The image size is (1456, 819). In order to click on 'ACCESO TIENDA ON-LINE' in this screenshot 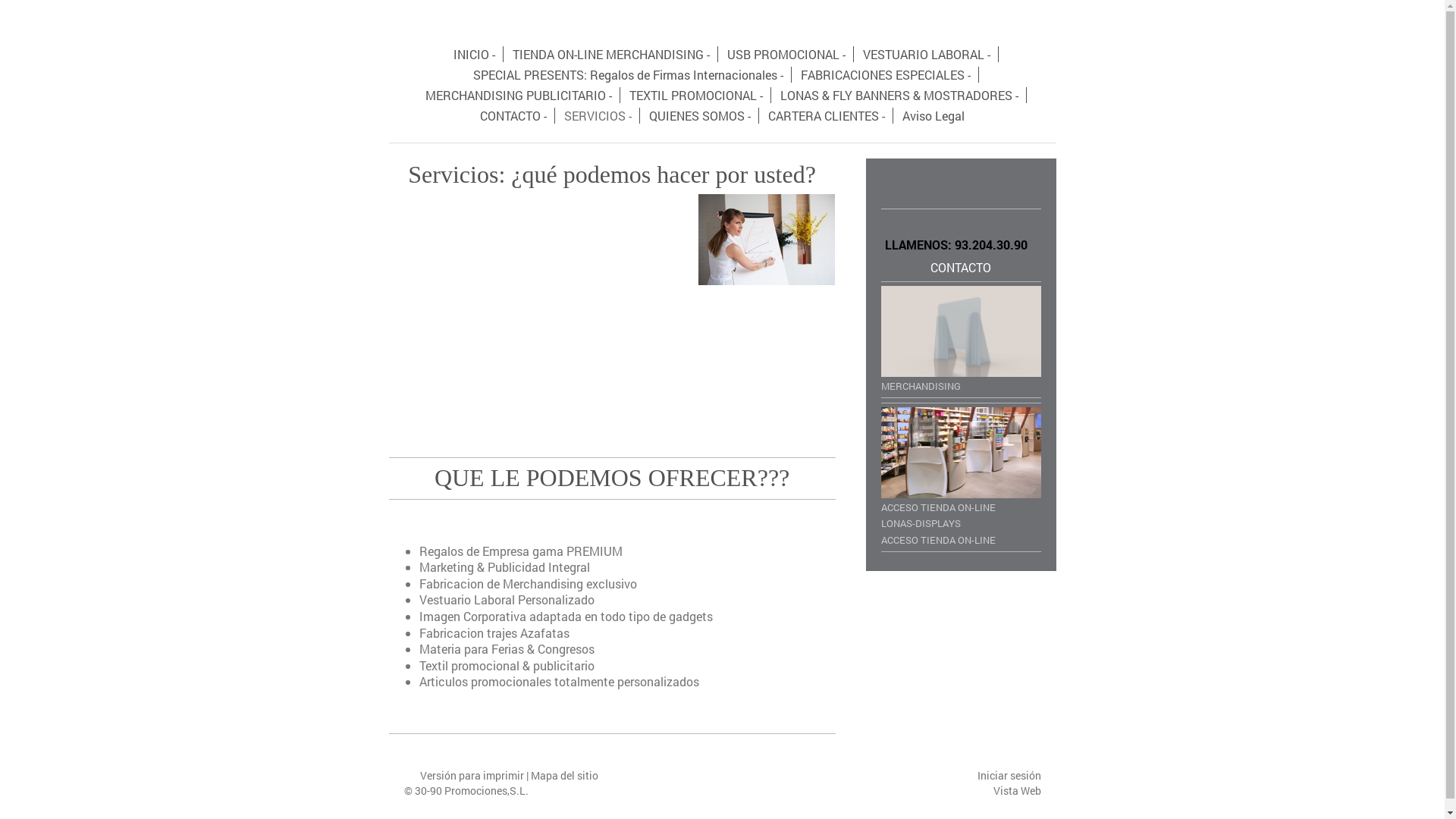, I will do `click(960, 538)`.